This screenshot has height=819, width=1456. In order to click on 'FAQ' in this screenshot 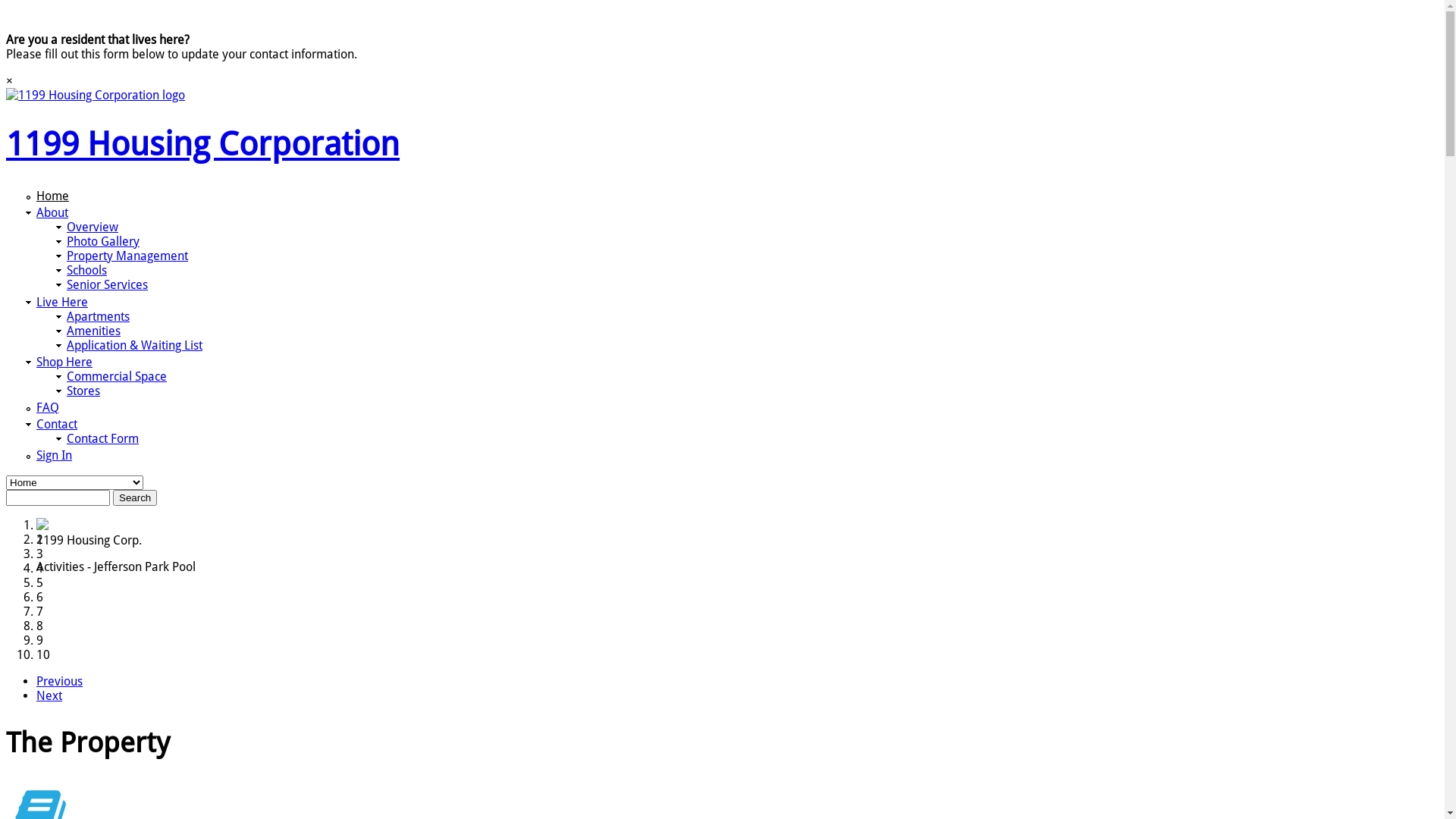, I will do `click(47, 406)`.